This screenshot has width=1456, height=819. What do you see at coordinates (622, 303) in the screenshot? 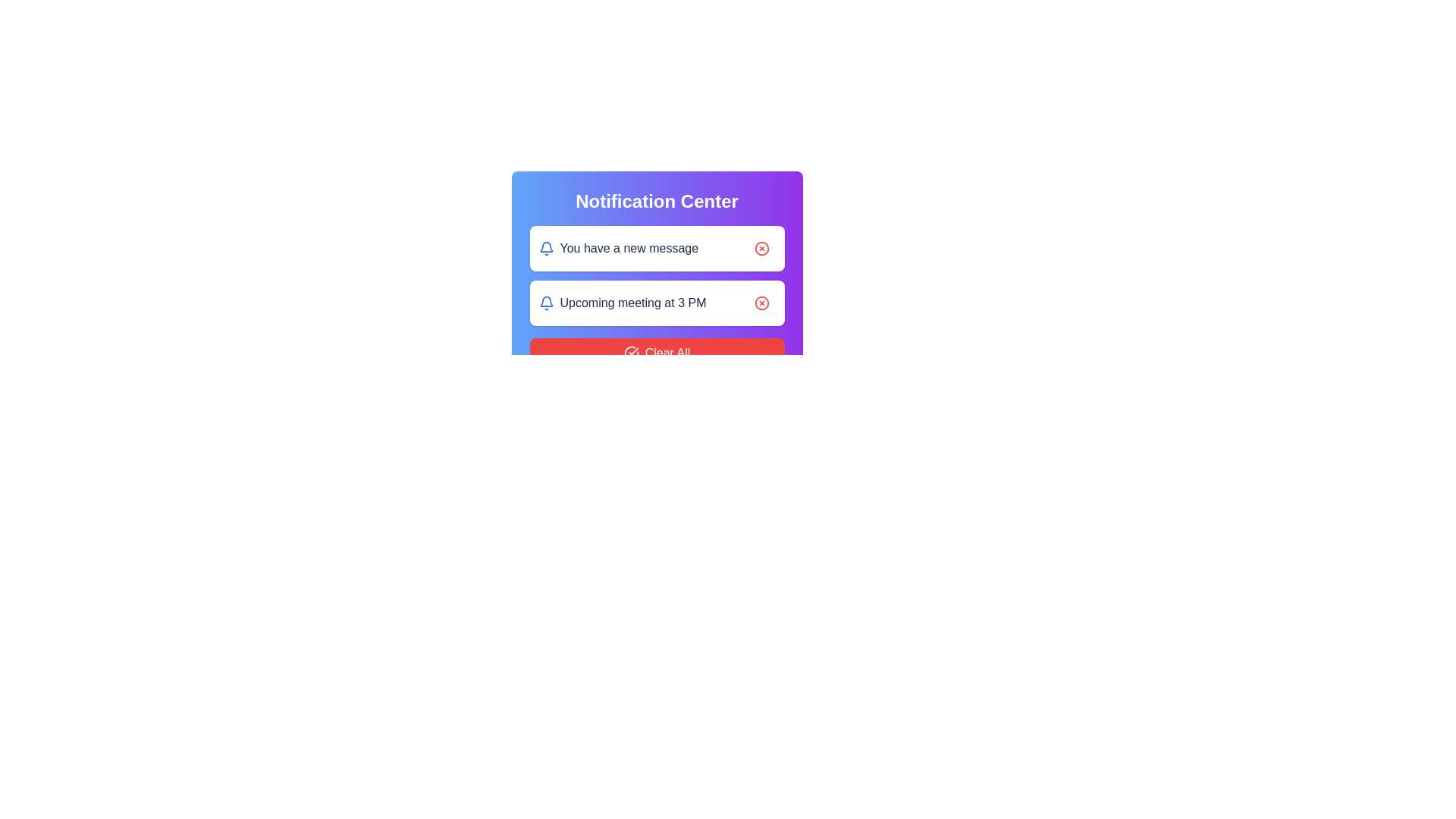
I see `the notification item that reads 'Upcoming meeting at 3 PM' with a blue bell icon to its left, located in the second row of the notification list` at bounding box center [622, 303].